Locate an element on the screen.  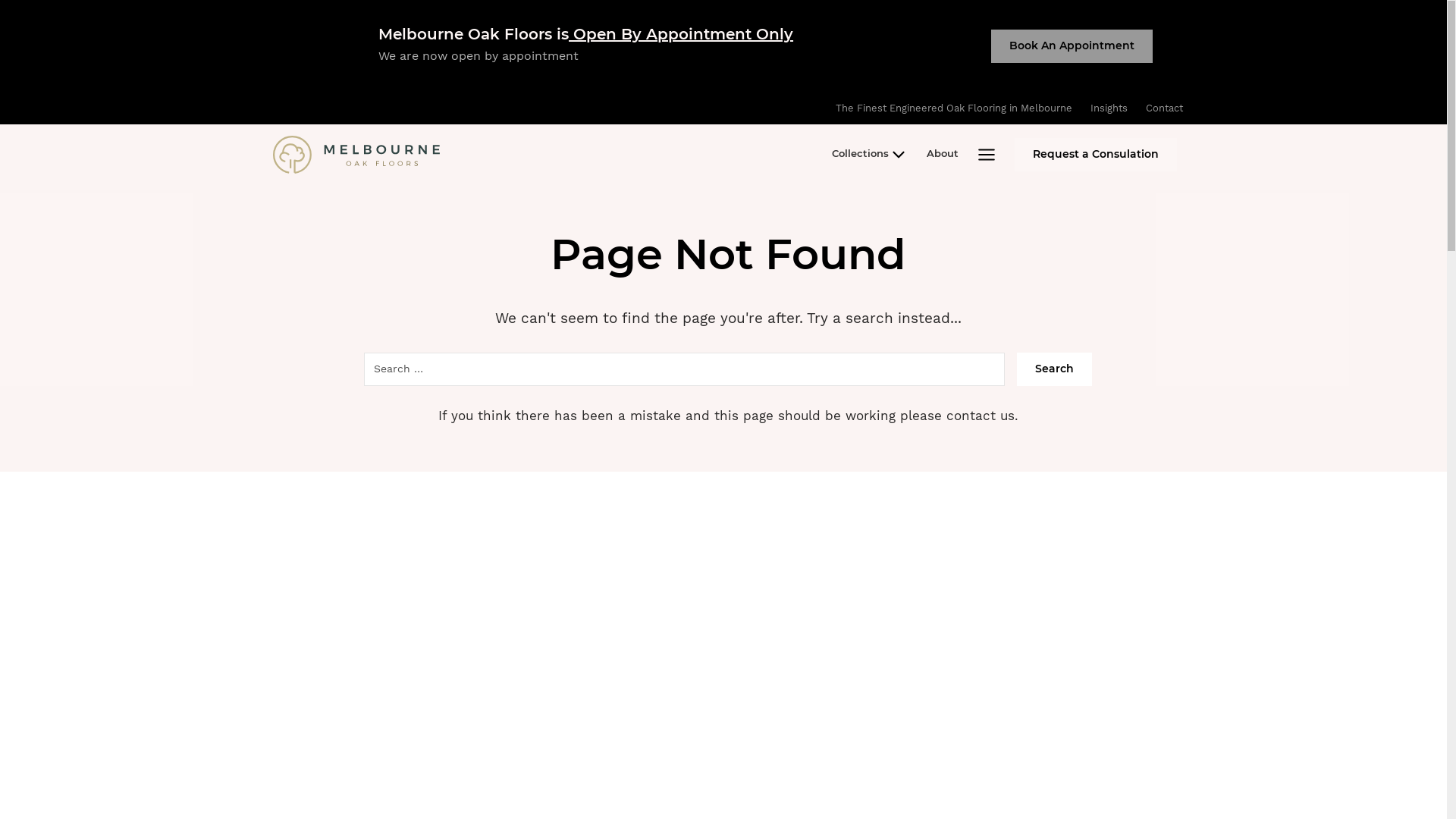
'Collections' is located at coordinates (870, 155).